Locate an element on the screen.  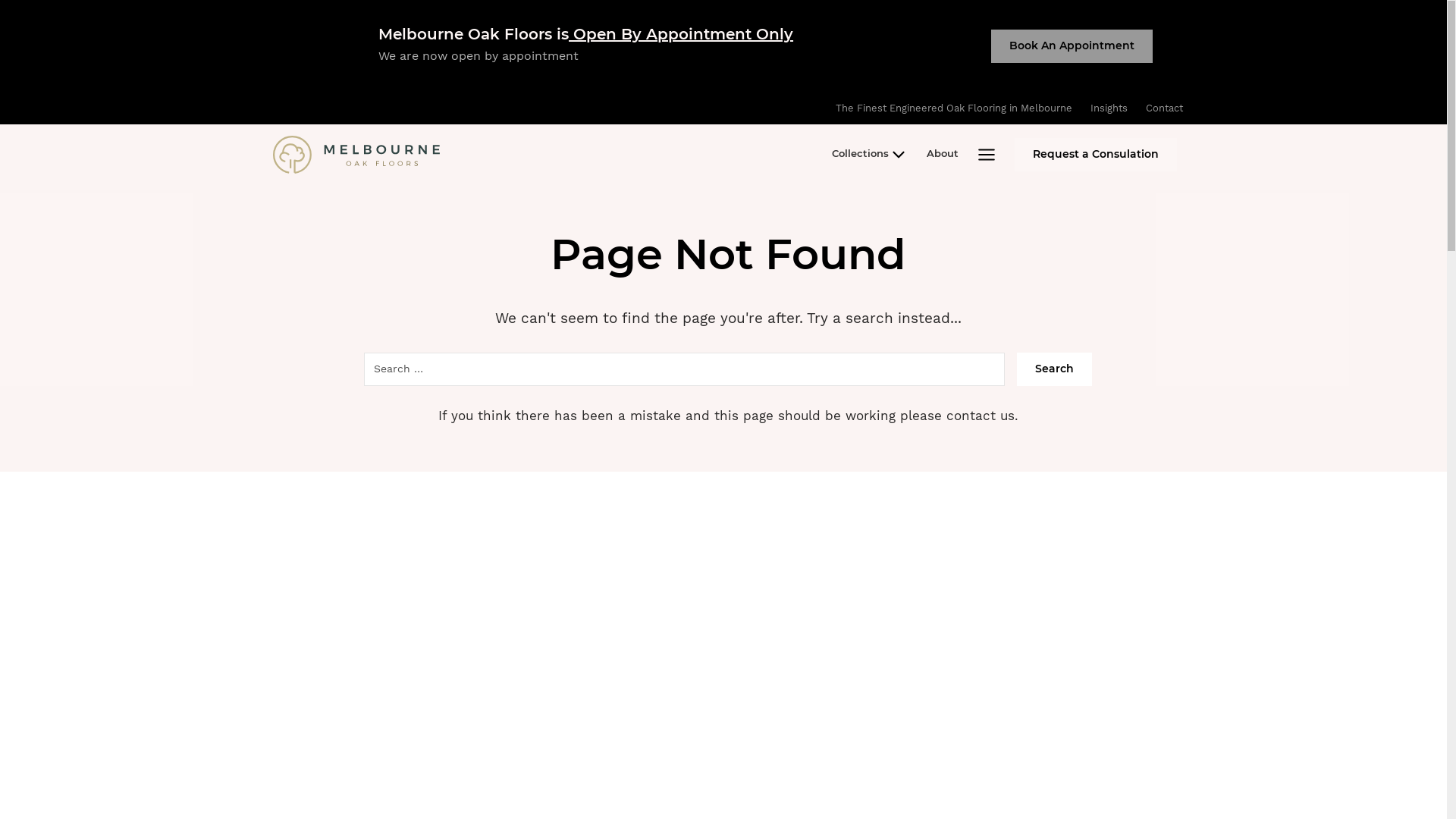
'Collections' is located at coordinates (870, 155).